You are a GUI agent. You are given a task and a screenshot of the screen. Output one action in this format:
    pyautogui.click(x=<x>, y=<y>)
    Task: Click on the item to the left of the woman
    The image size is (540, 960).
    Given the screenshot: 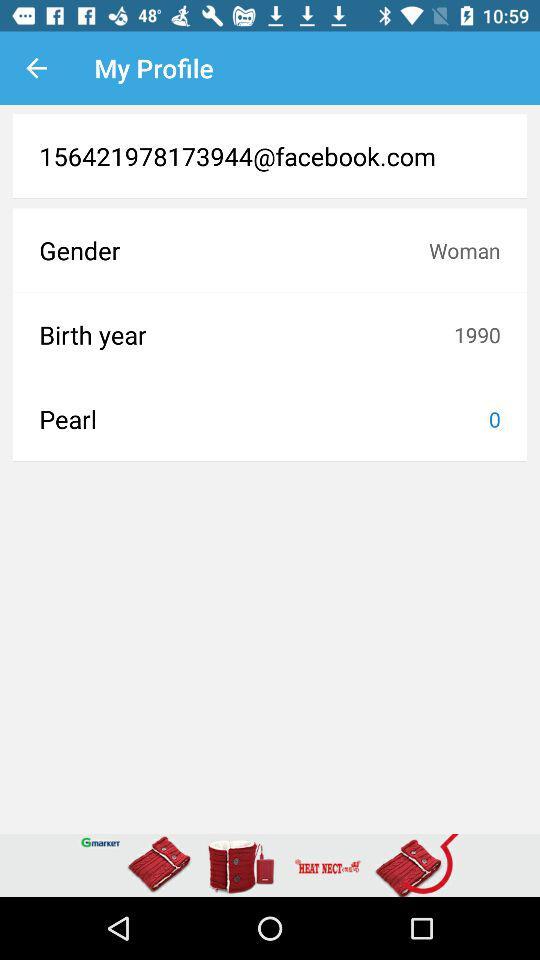 What is the action you would take?
    pyautogui.click(x=233, y=249)
    